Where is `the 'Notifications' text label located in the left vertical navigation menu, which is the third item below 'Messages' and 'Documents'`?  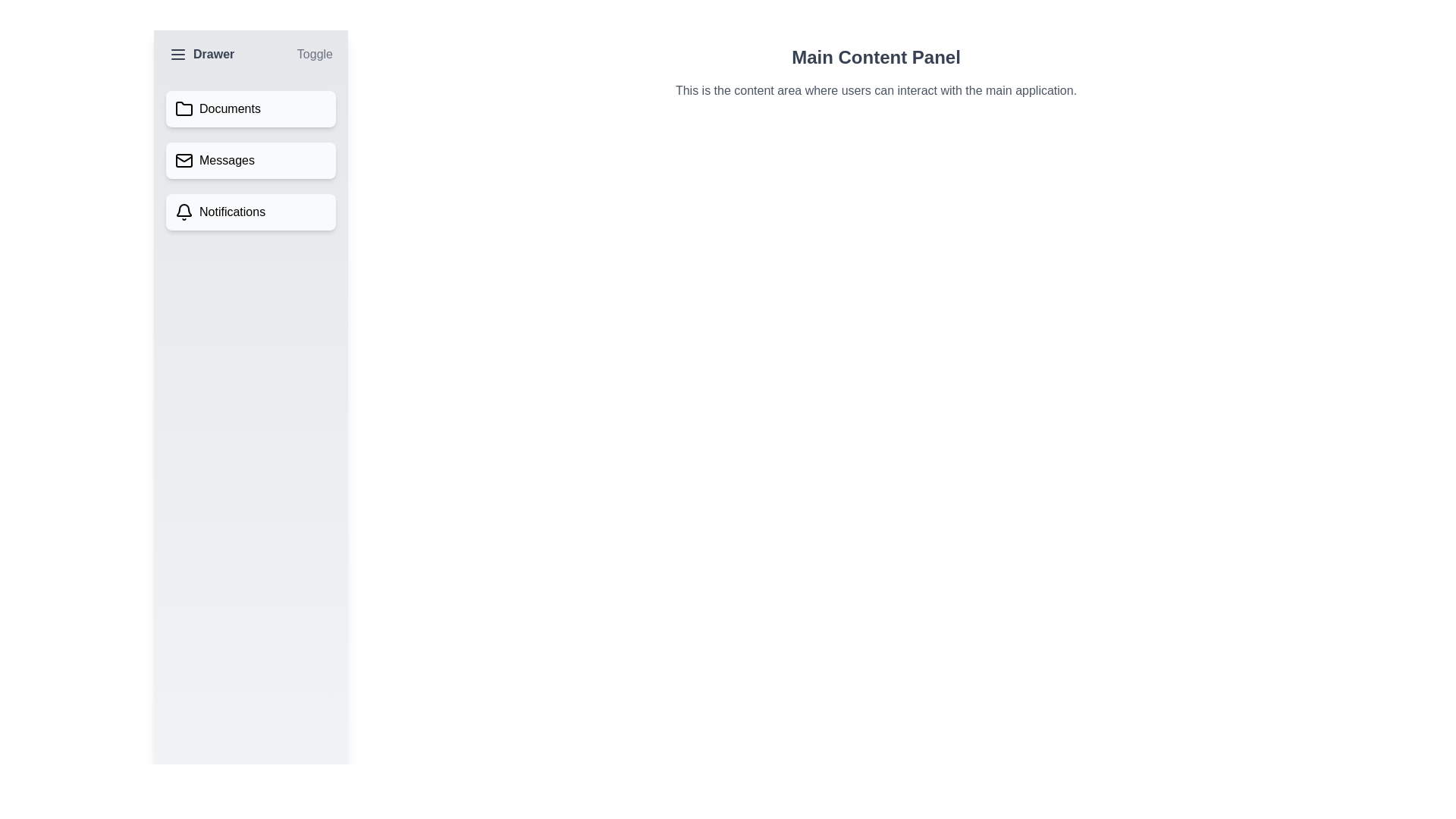
the 'Notifications' text label located in the left vertical navigation menu, which is the third item below 'Messages' and 'Documents' is located at coordinates (231, 212).